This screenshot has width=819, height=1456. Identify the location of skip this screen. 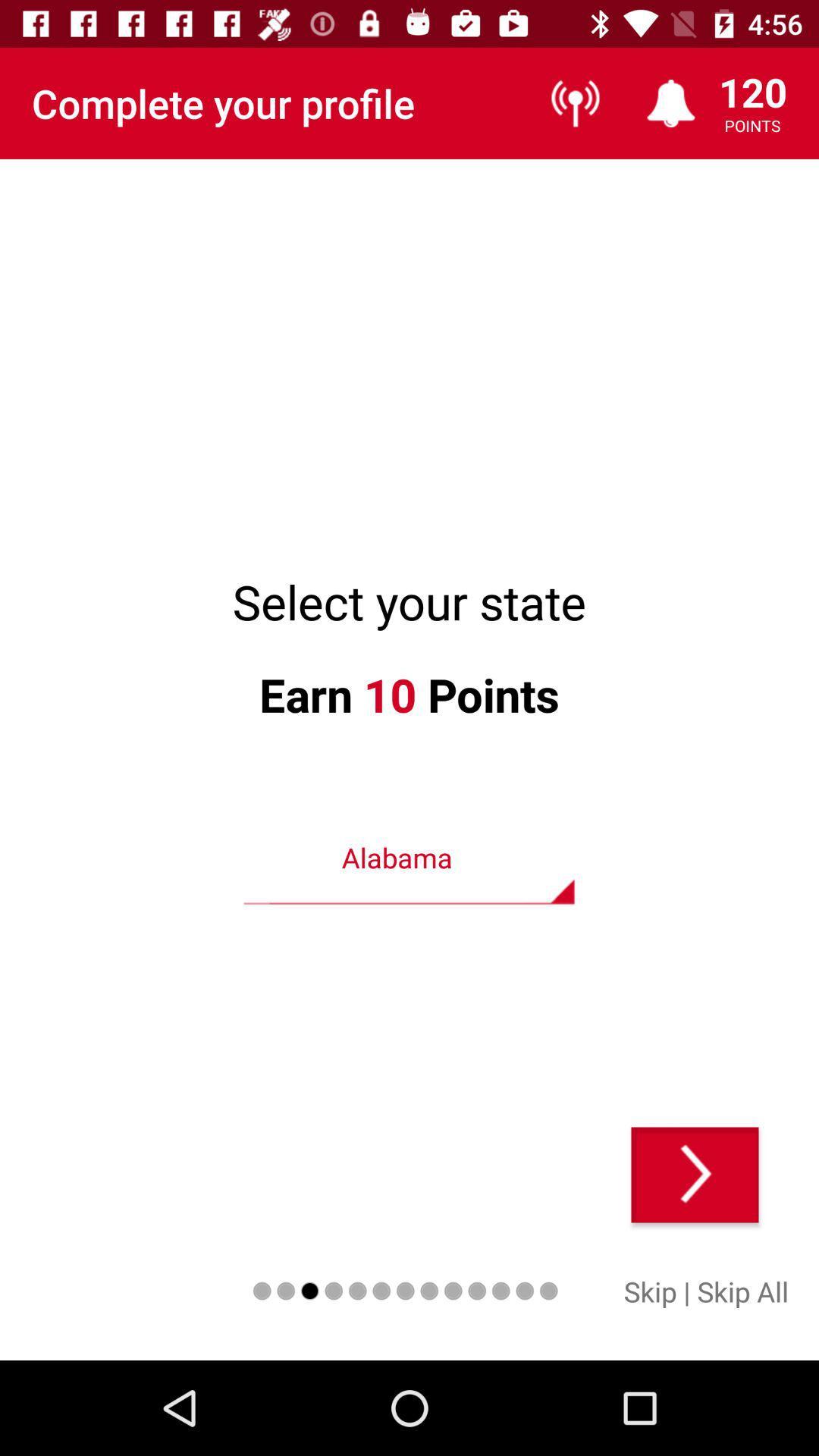
(695, 1174).